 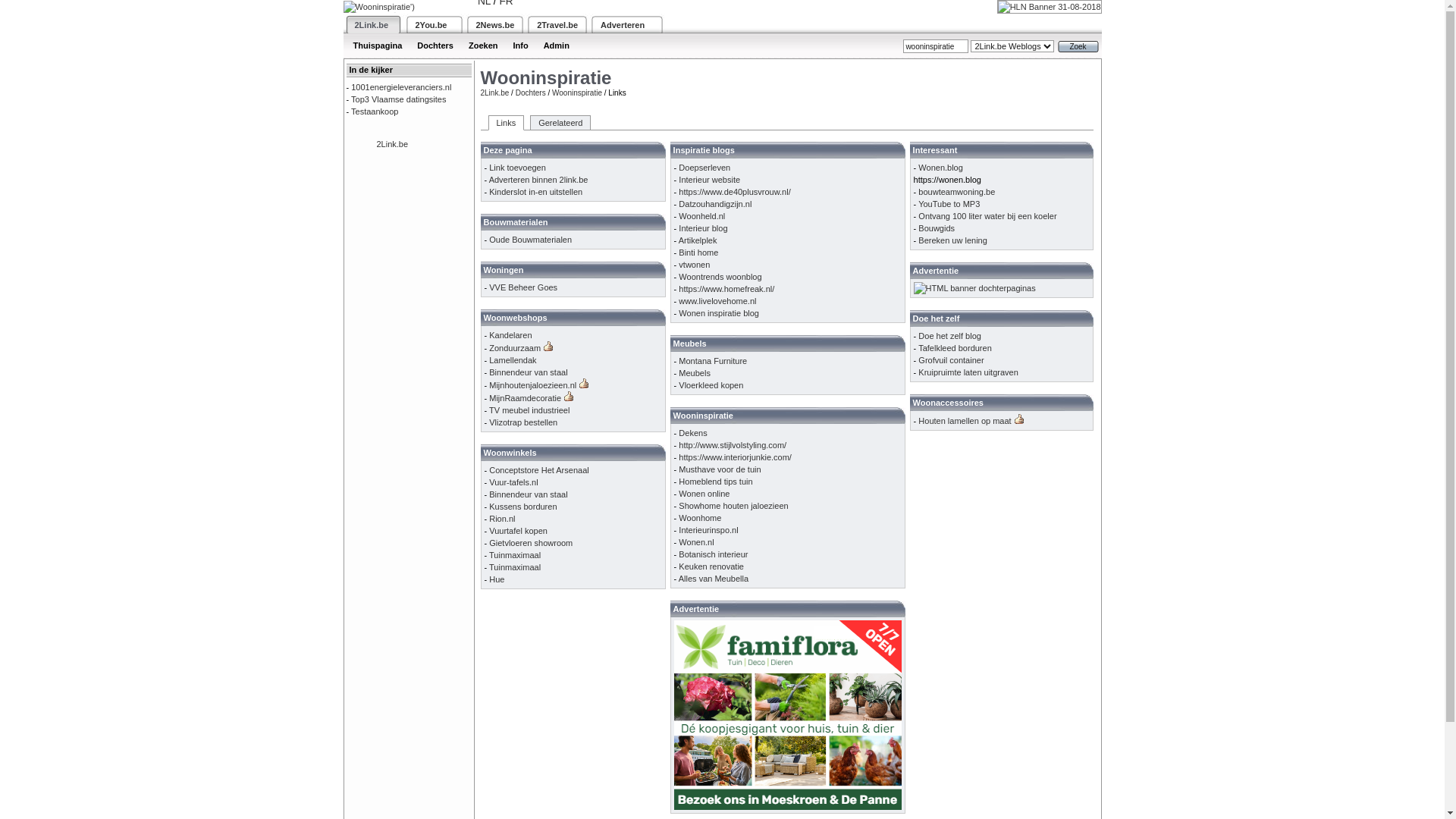 I want to click on 'Kussens borduren', so click(x=522, y=506).